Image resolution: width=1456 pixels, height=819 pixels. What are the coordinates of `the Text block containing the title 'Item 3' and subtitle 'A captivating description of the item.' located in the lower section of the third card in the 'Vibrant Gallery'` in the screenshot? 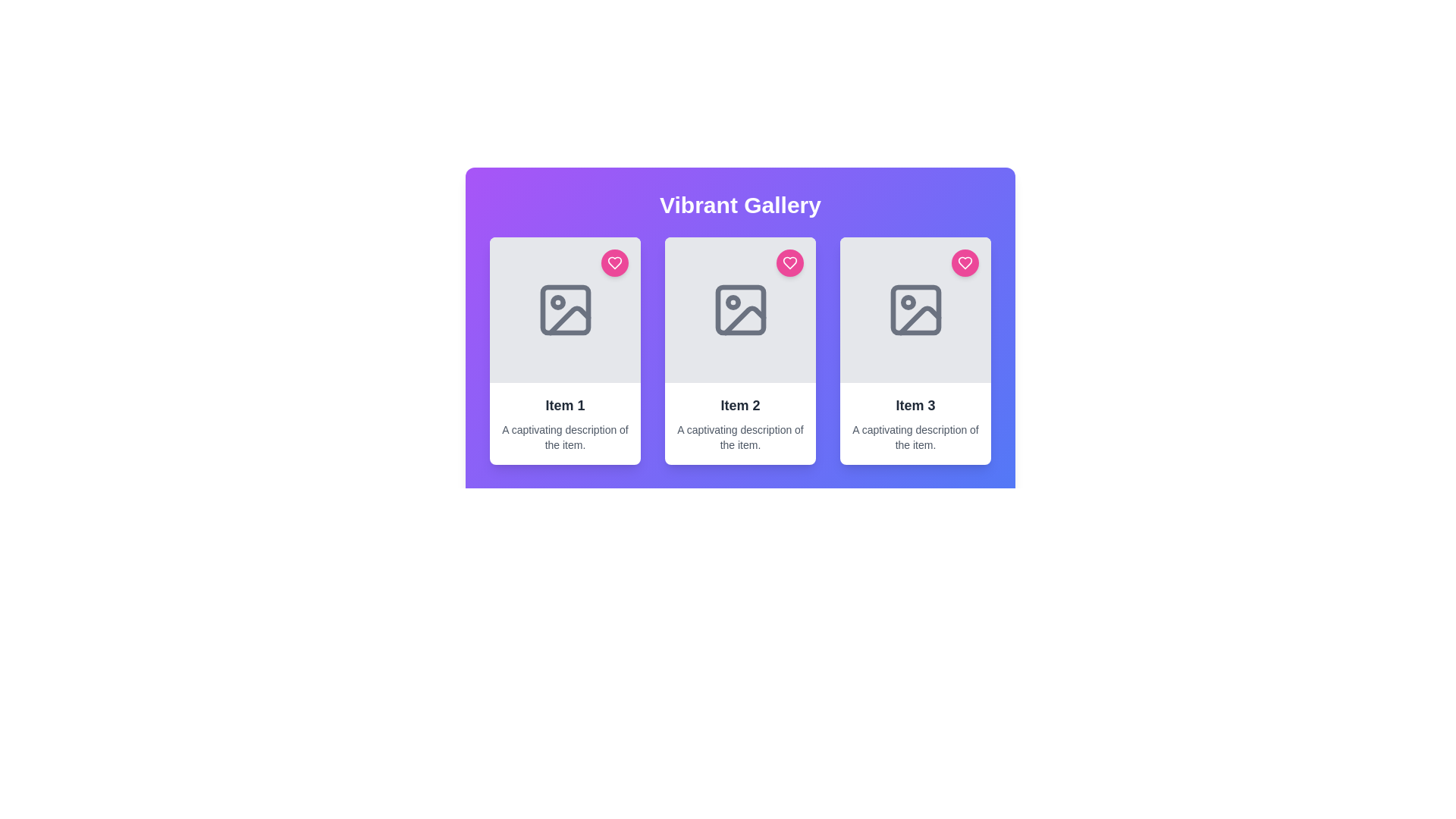 It's located at (915, 424).